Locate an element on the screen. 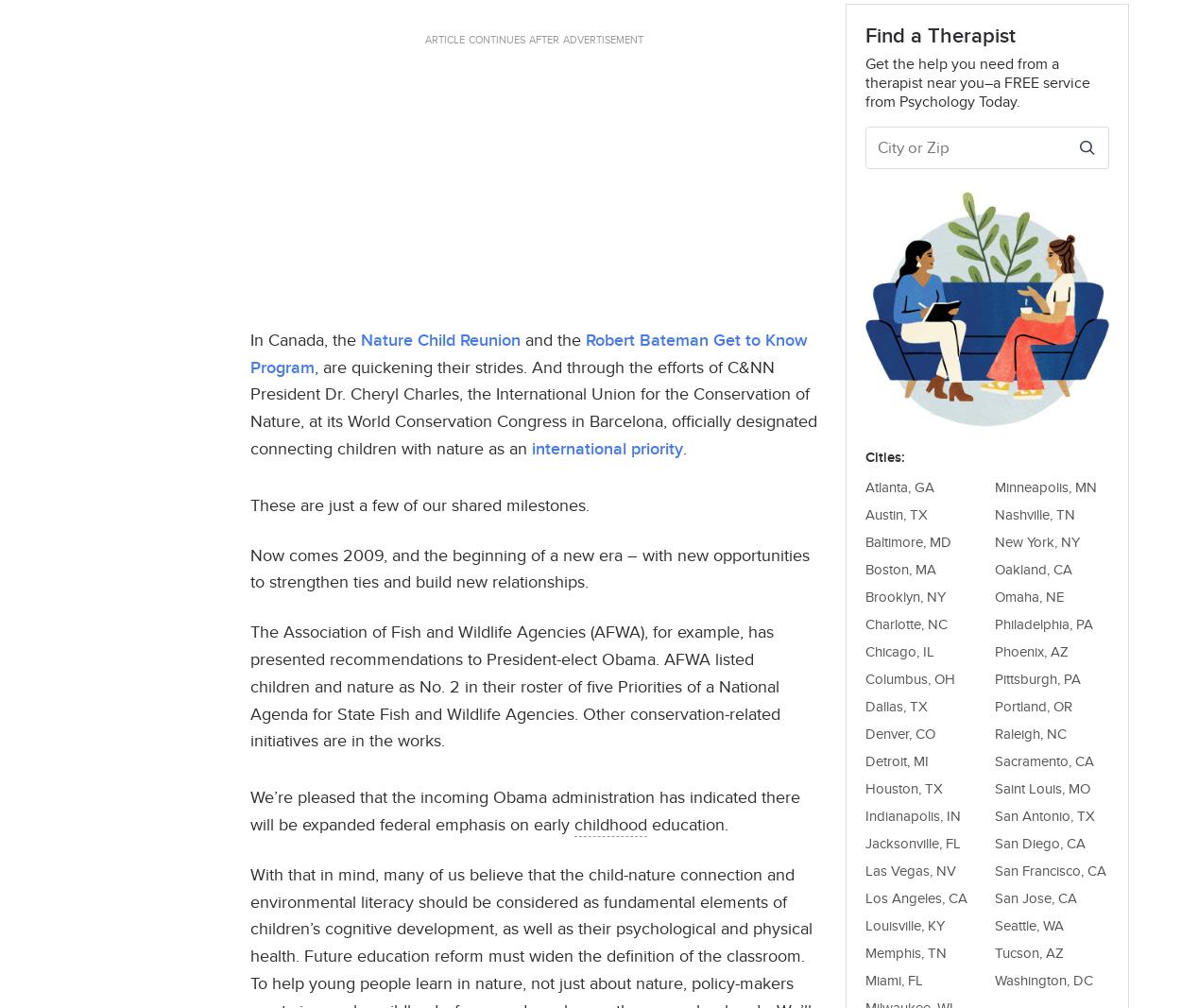 This screenshot has height=1008, width=1181. 'Now comes 2009, and the beginning of a new era – with new opportunities to strengthen ties and build new relationships.' is located at coordinates (250, 568).